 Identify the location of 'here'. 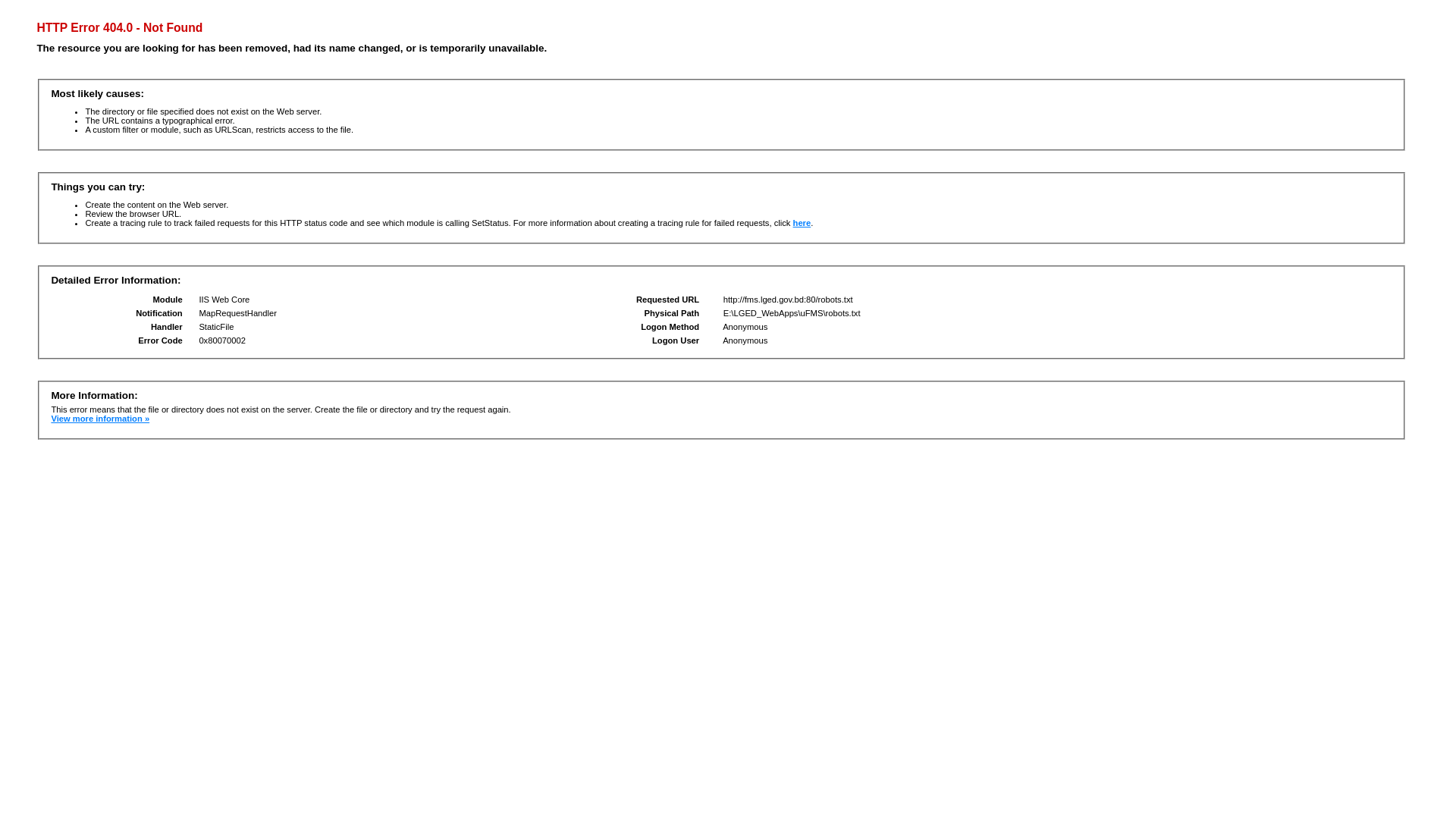
(801, 222).